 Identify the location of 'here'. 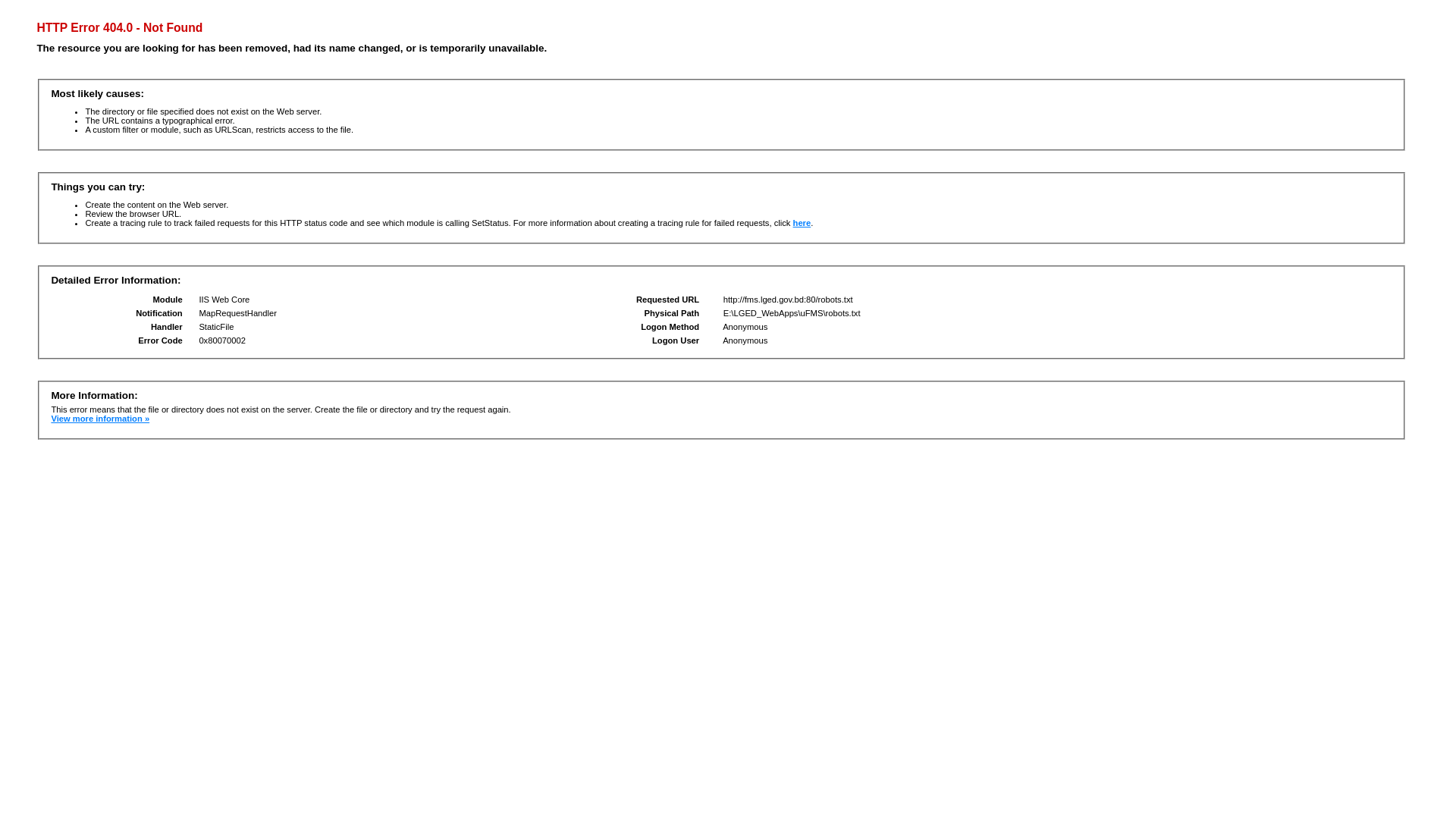
(801, 222).